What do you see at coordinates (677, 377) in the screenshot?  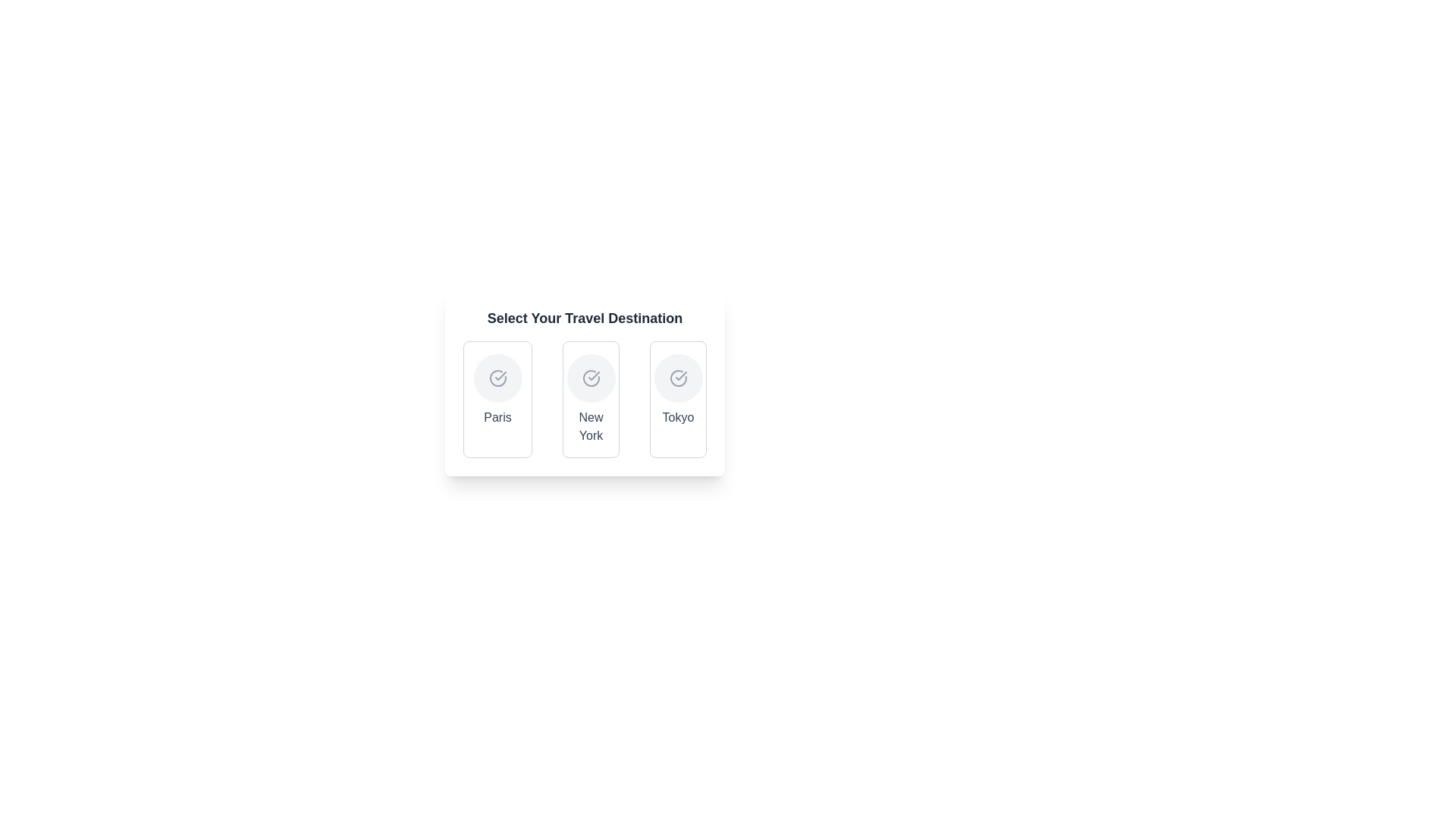 I see `the central checkmark icon indicating the selection of 'Tokyo' in the travel destination choice interface` at bounding box center [677, 377].